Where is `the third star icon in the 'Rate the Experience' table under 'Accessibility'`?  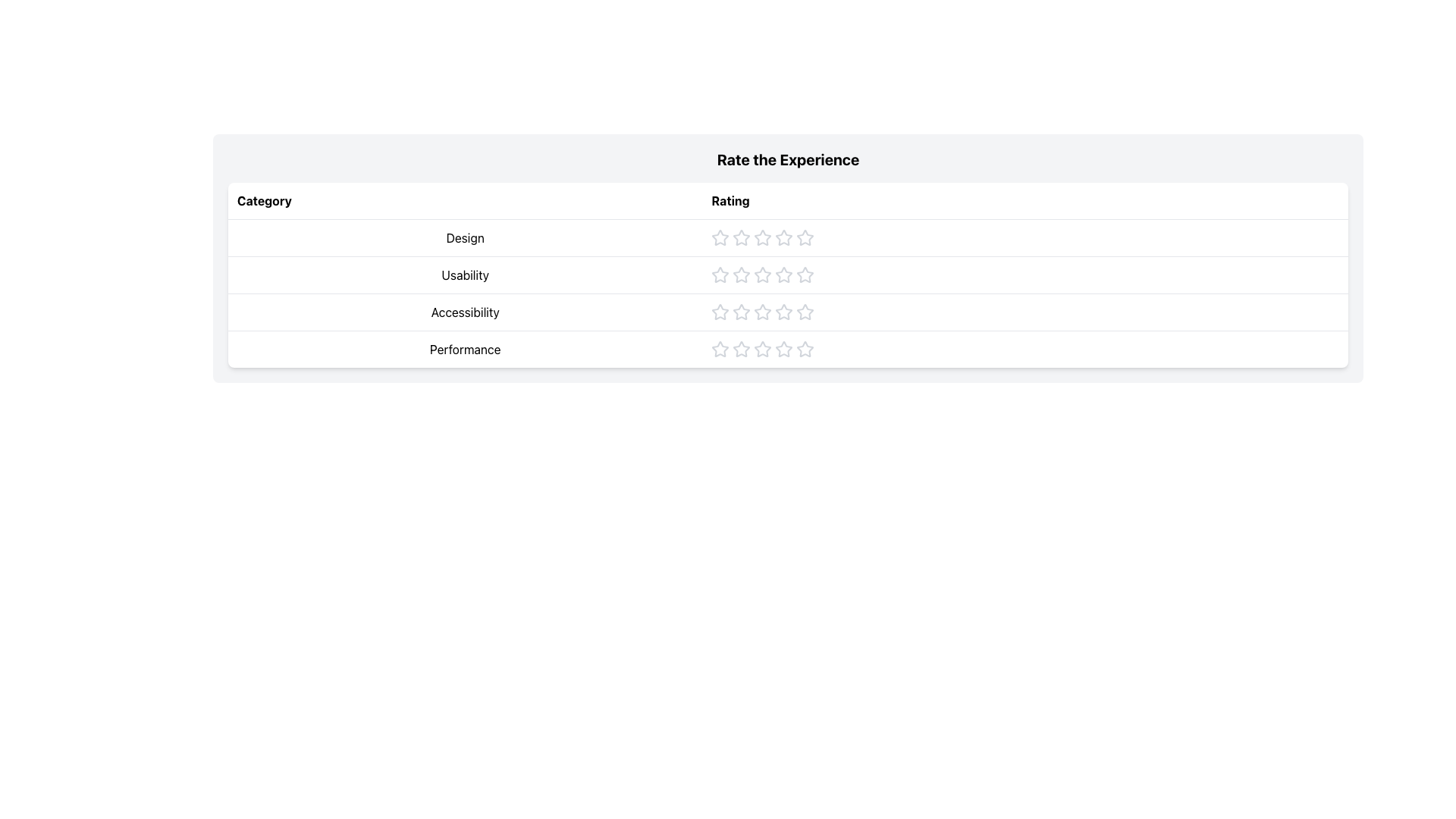 the third star icon in the 'Rate the Experience' table under 'Accessibility' is located at coordinates (742, 312).